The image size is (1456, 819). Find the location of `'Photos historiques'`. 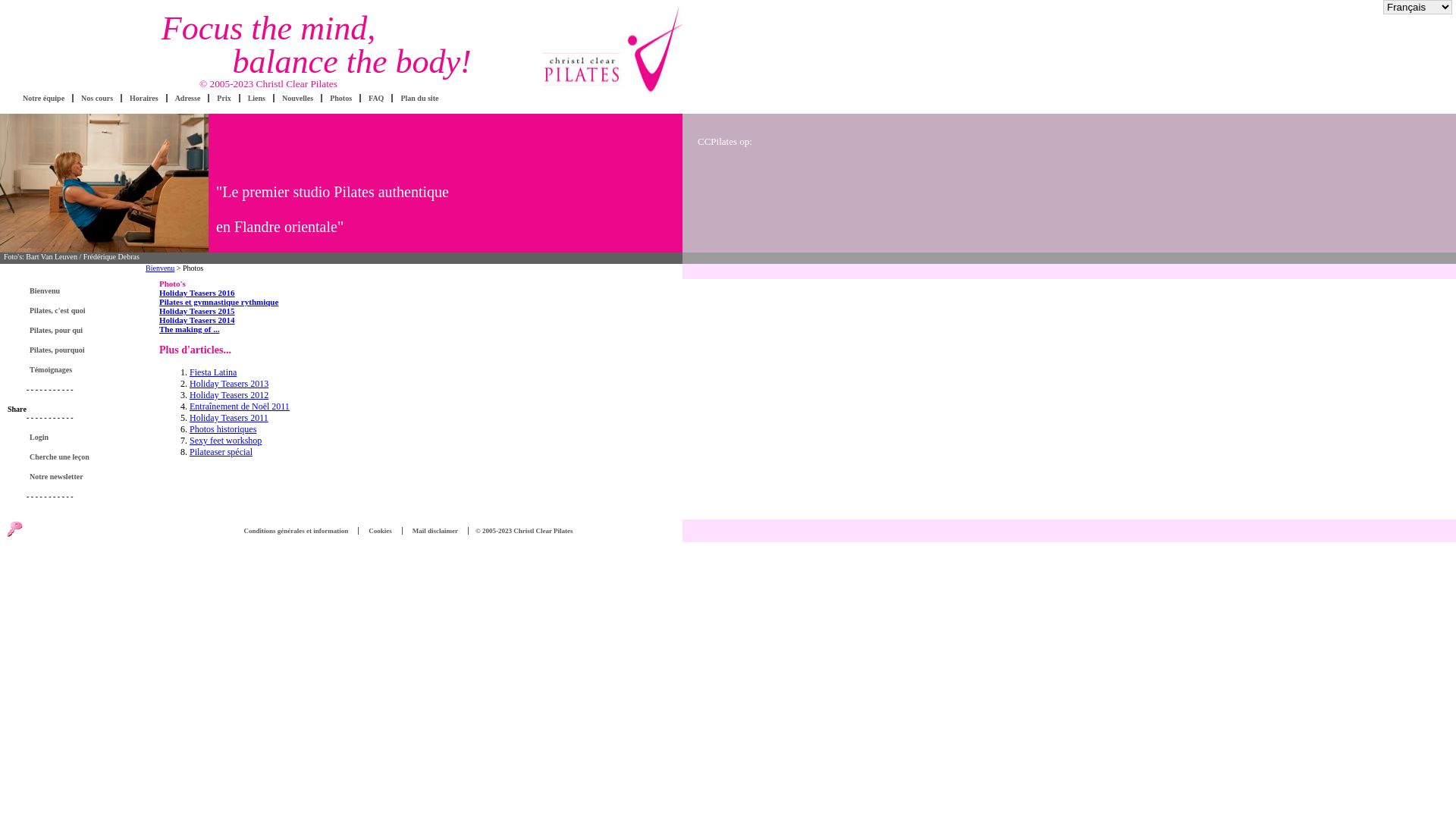

'Photos historiques' is located at coordinates (221, 429).